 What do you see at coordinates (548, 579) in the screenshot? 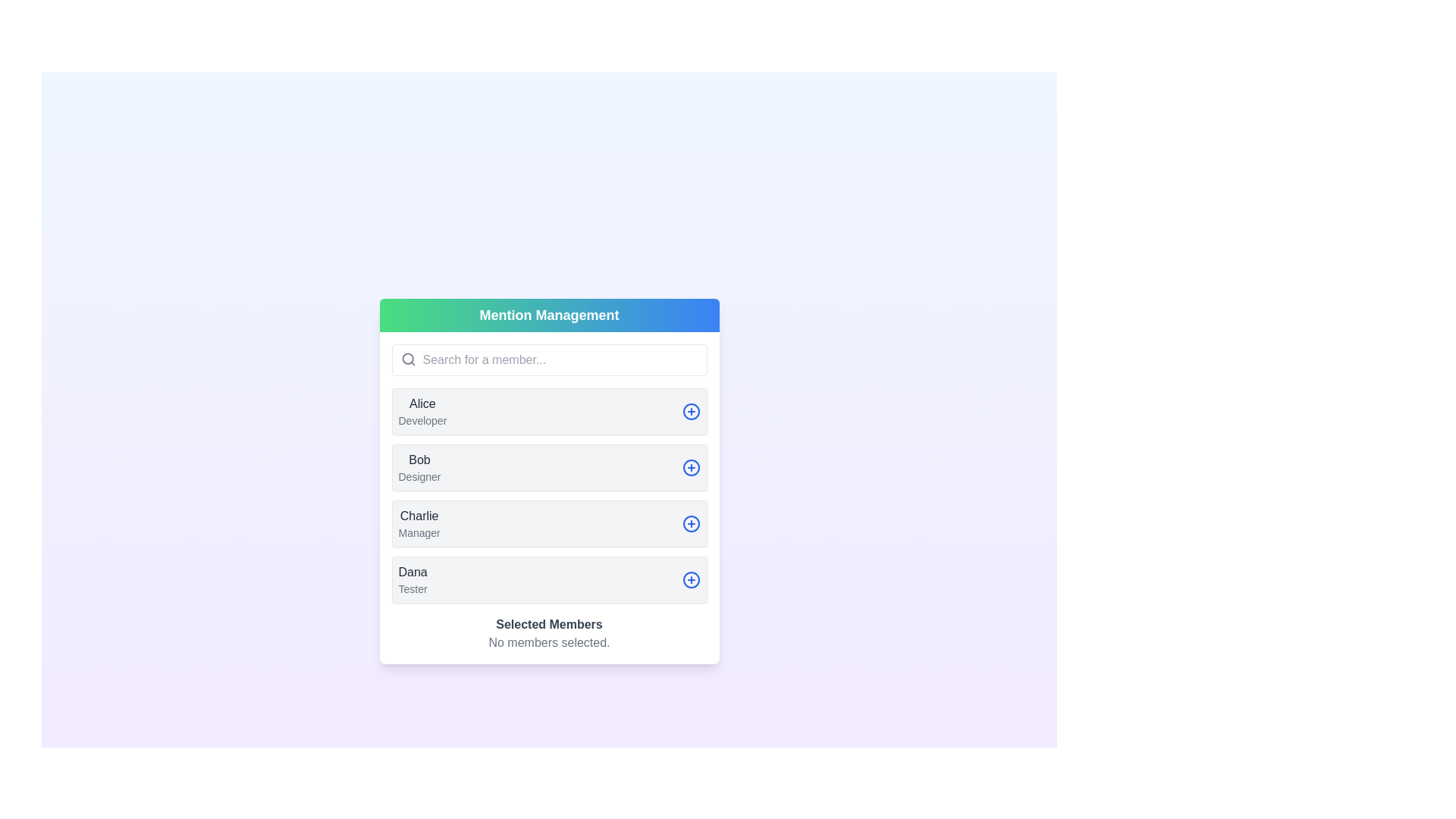
I see `the user profile selection list item for 'Dana' located` at bounding box center [548, 579].